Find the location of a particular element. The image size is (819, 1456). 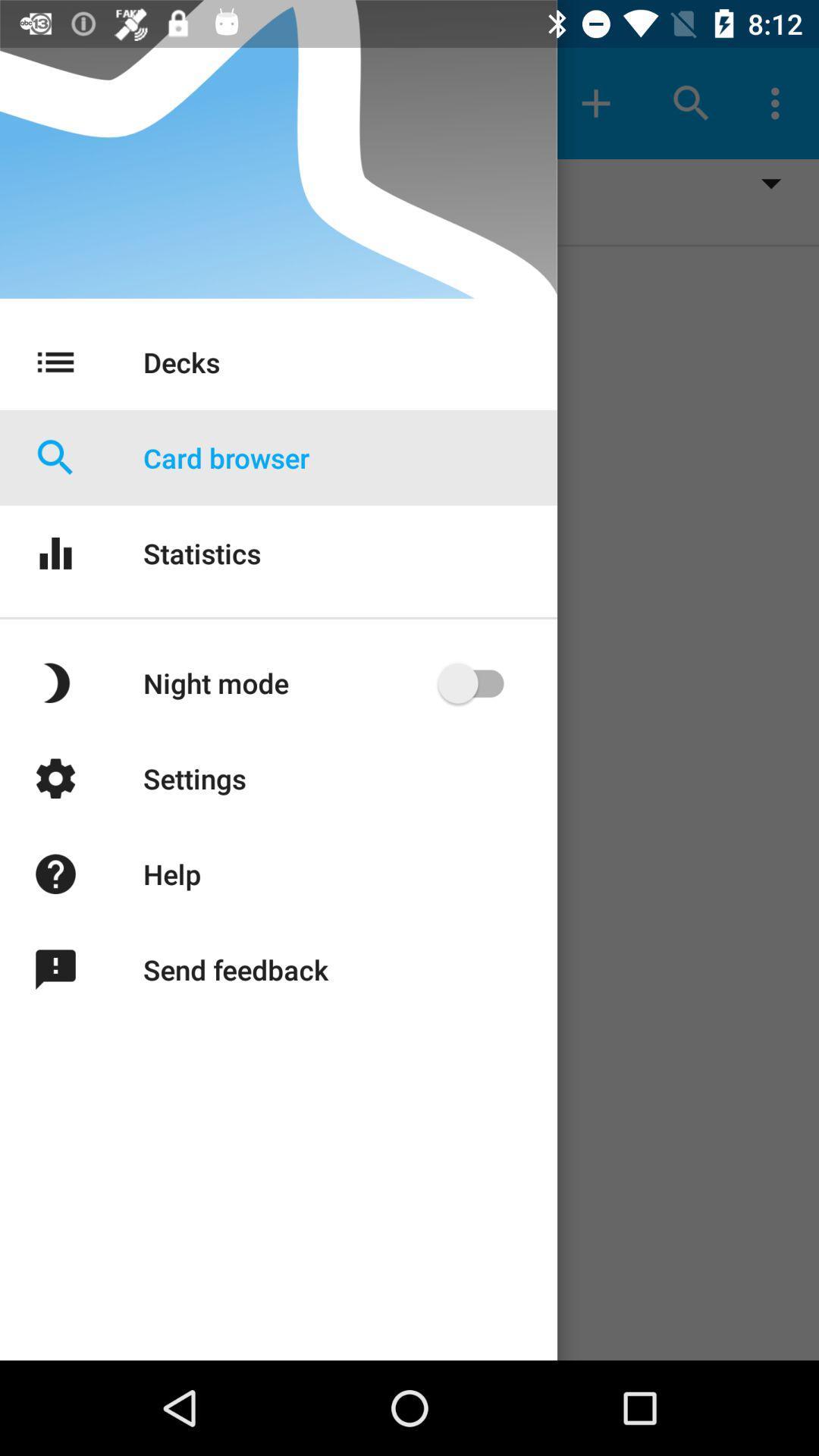

three dots icon right to search icon in top right of the page is located at coordinates (779, 103).